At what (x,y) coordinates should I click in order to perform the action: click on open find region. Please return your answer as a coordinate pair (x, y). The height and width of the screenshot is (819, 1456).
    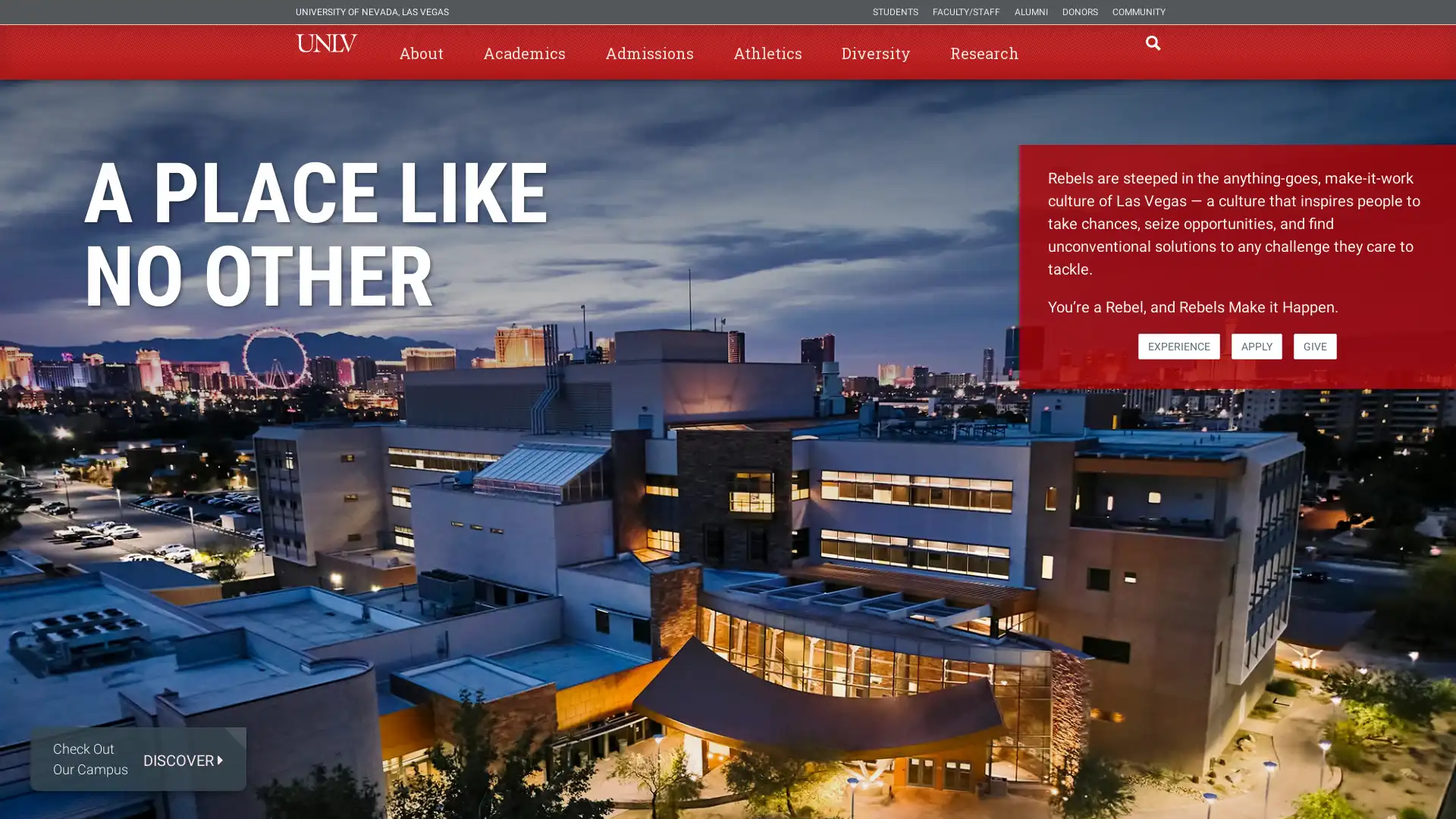
    Looking at the image, I should click on (1144, 52).